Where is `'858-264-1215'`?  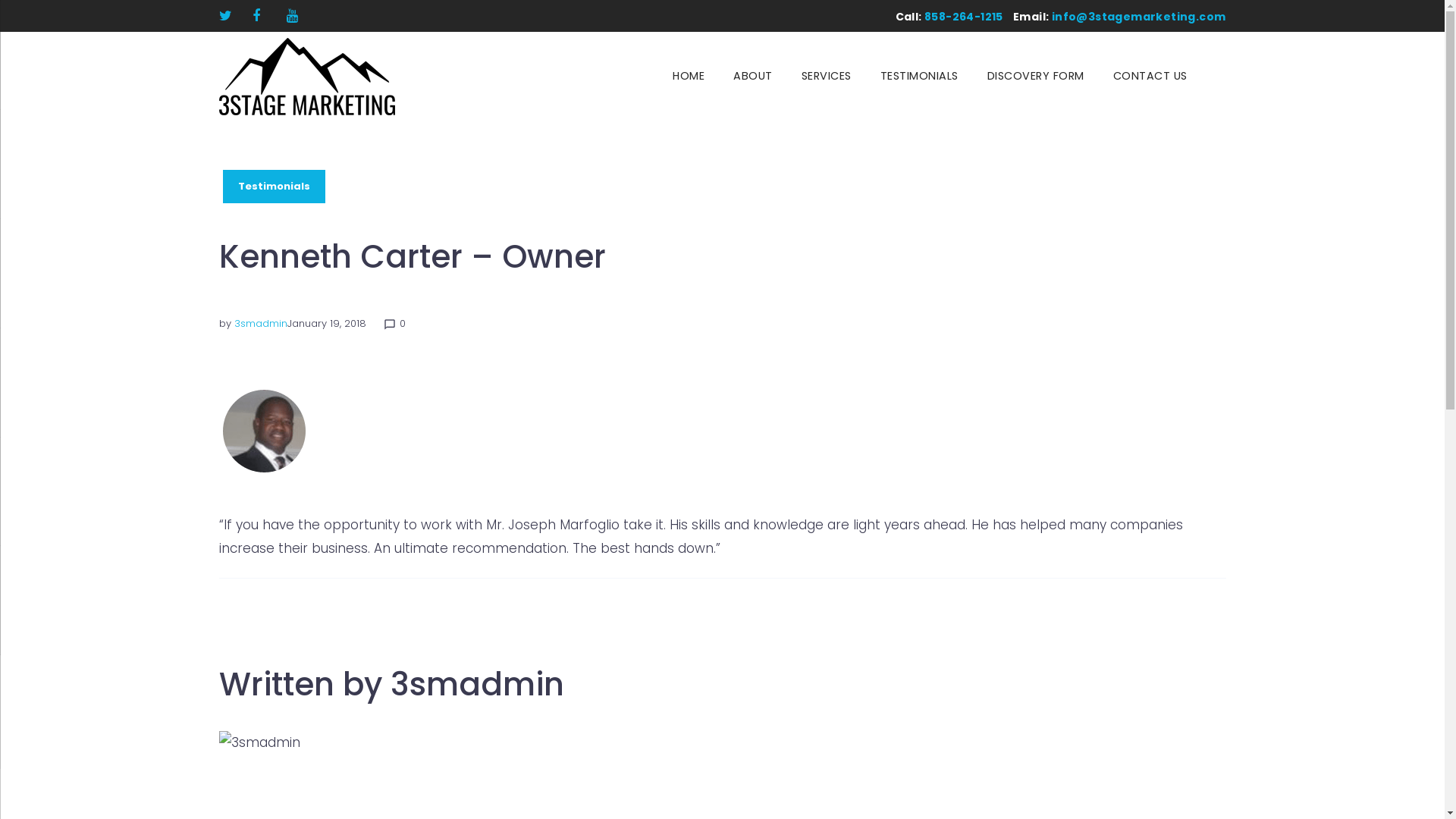
'858-264-1215' is located at coordinates (963, 17).